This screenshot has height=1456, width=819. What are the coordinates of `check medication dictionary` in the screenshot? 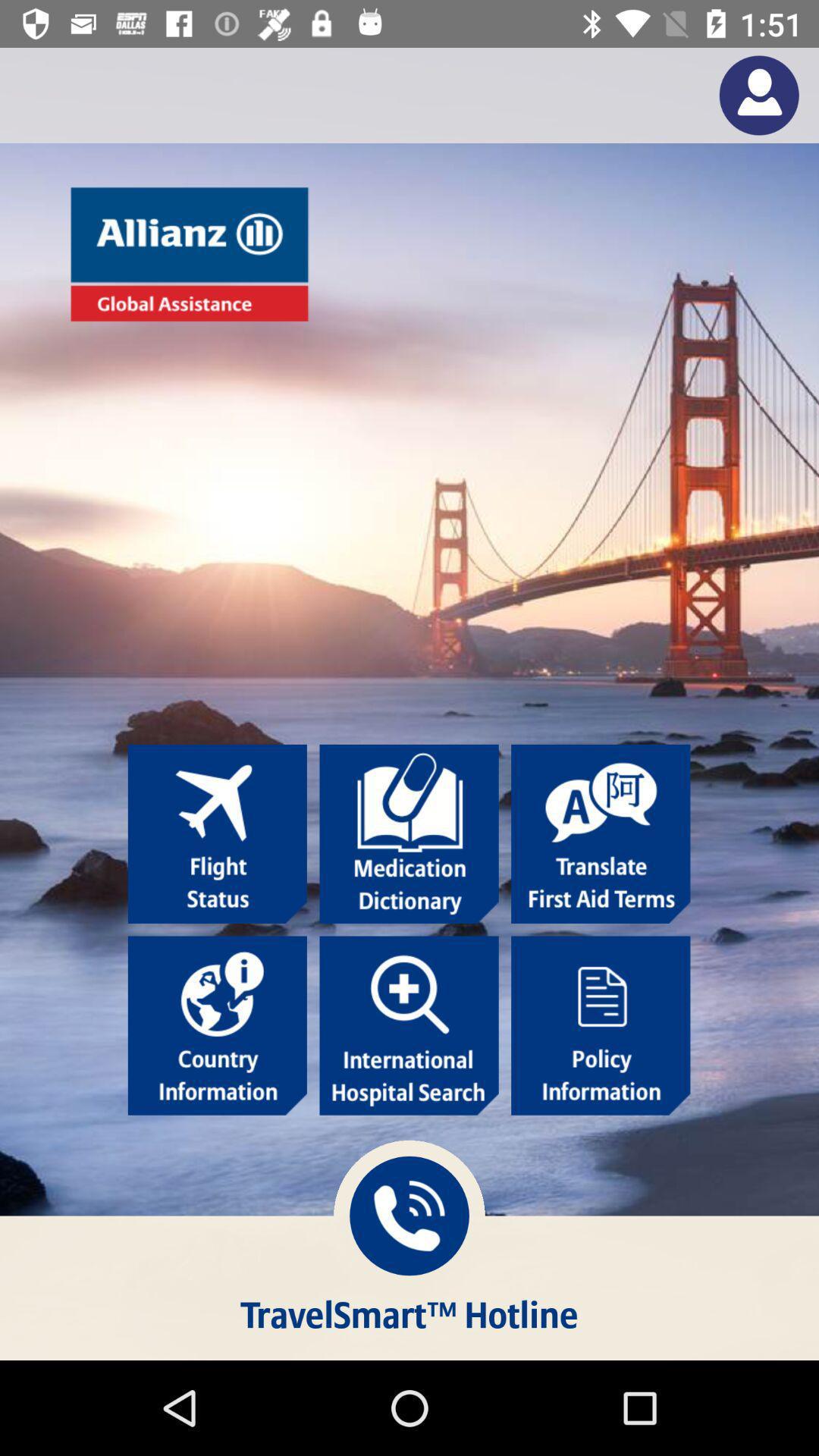 It's located at (408, 833).